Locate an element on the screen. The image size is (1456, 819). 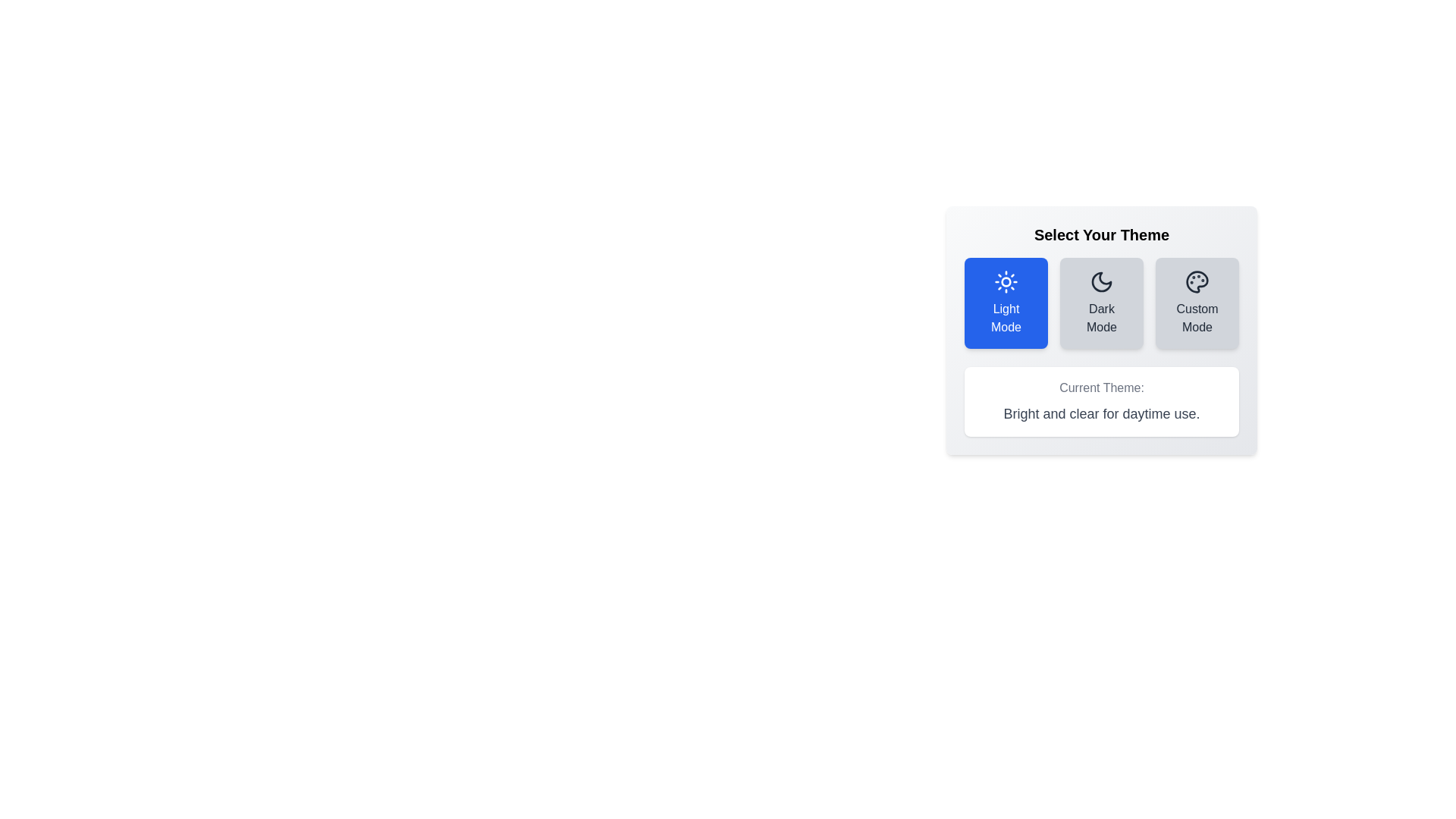
the button corresponding to Dark Mode theme is located at coordinates (1102, 303).